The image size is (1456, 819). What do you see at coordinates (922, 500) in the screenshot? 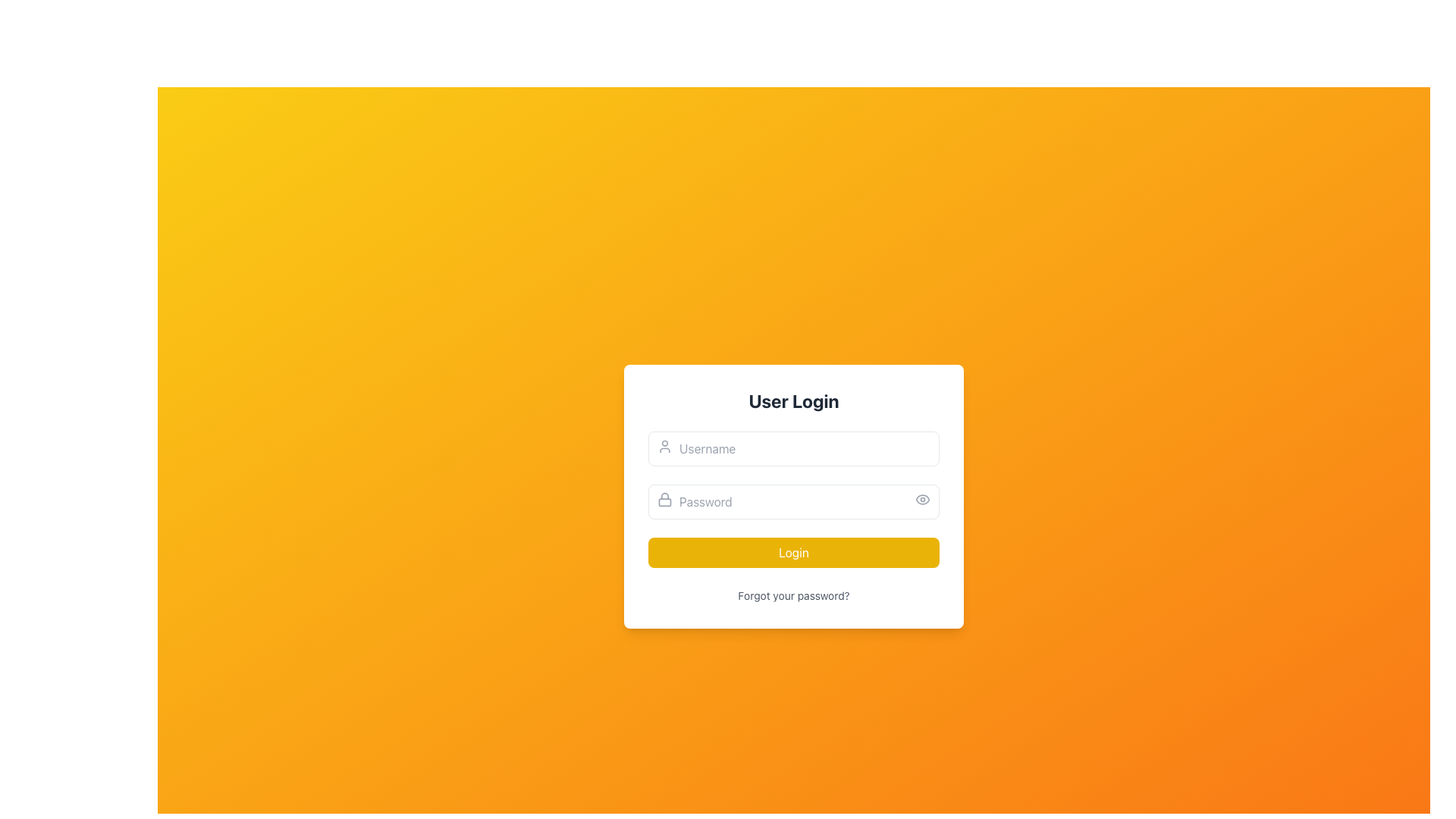
I see `the outer elliptical contour component of the eye icon used for toggling password visibility in the password input field, located to the right of the password input field within the user login form` at bounding box center [922, 500].